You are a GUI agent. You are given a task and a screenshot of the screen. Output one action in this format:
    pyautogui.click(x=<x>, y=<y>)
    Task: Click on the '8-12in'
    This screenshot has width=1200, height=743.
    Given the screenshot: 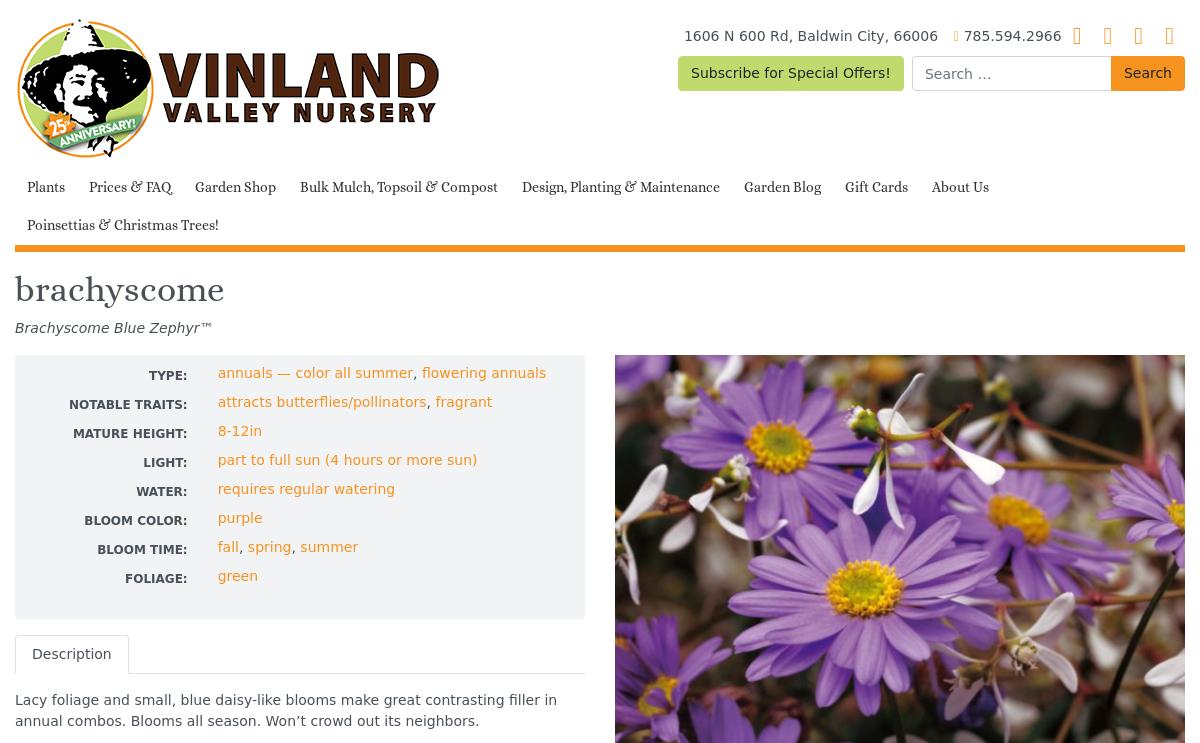 What is the action you would take?
    pyautogui.click(x=238, y=429)
    